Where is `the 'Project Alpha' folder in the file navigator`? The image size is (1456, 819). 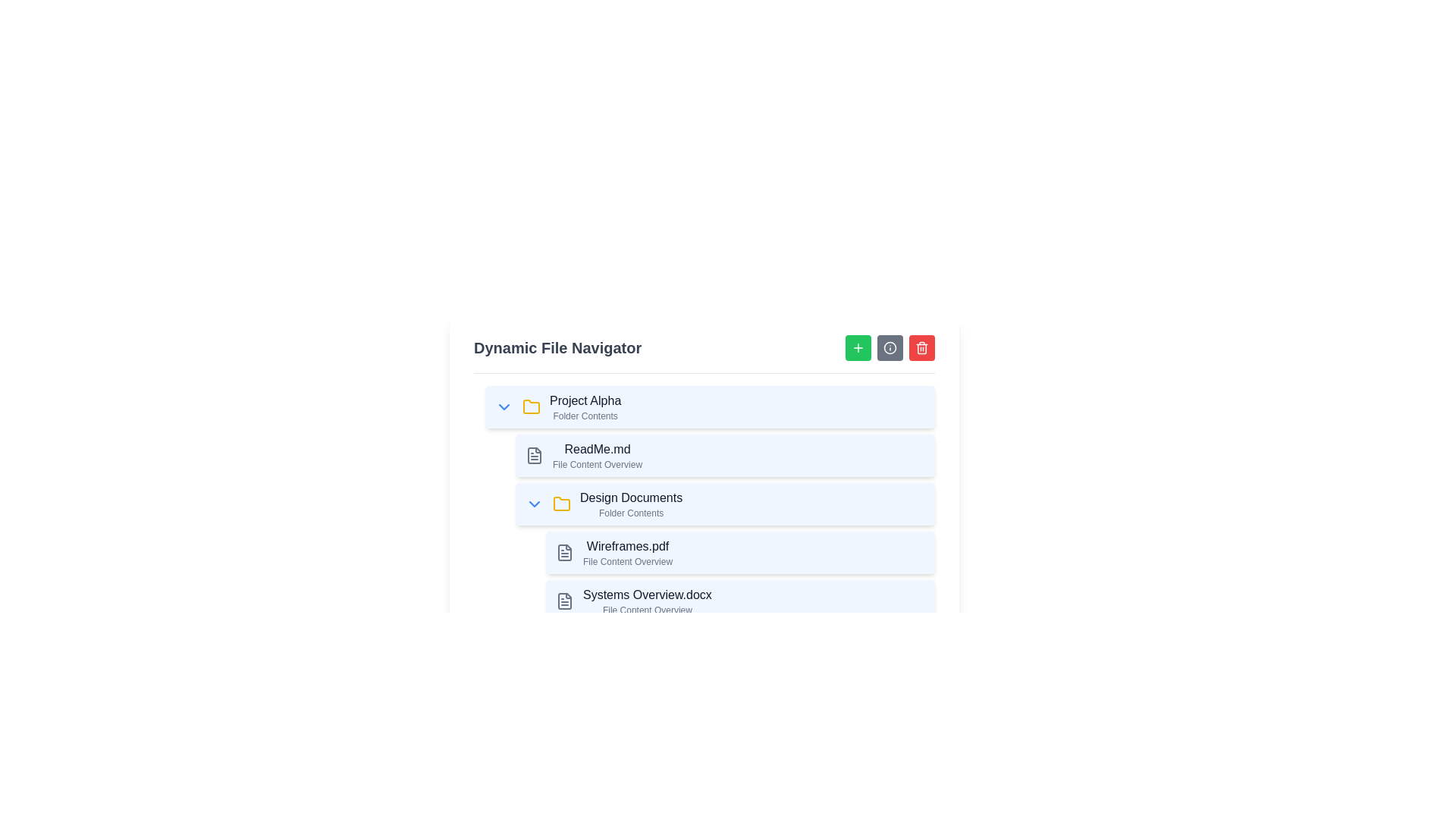 the 'Project Alpha' folder in the file navigator is located at coordinates (709, 406).